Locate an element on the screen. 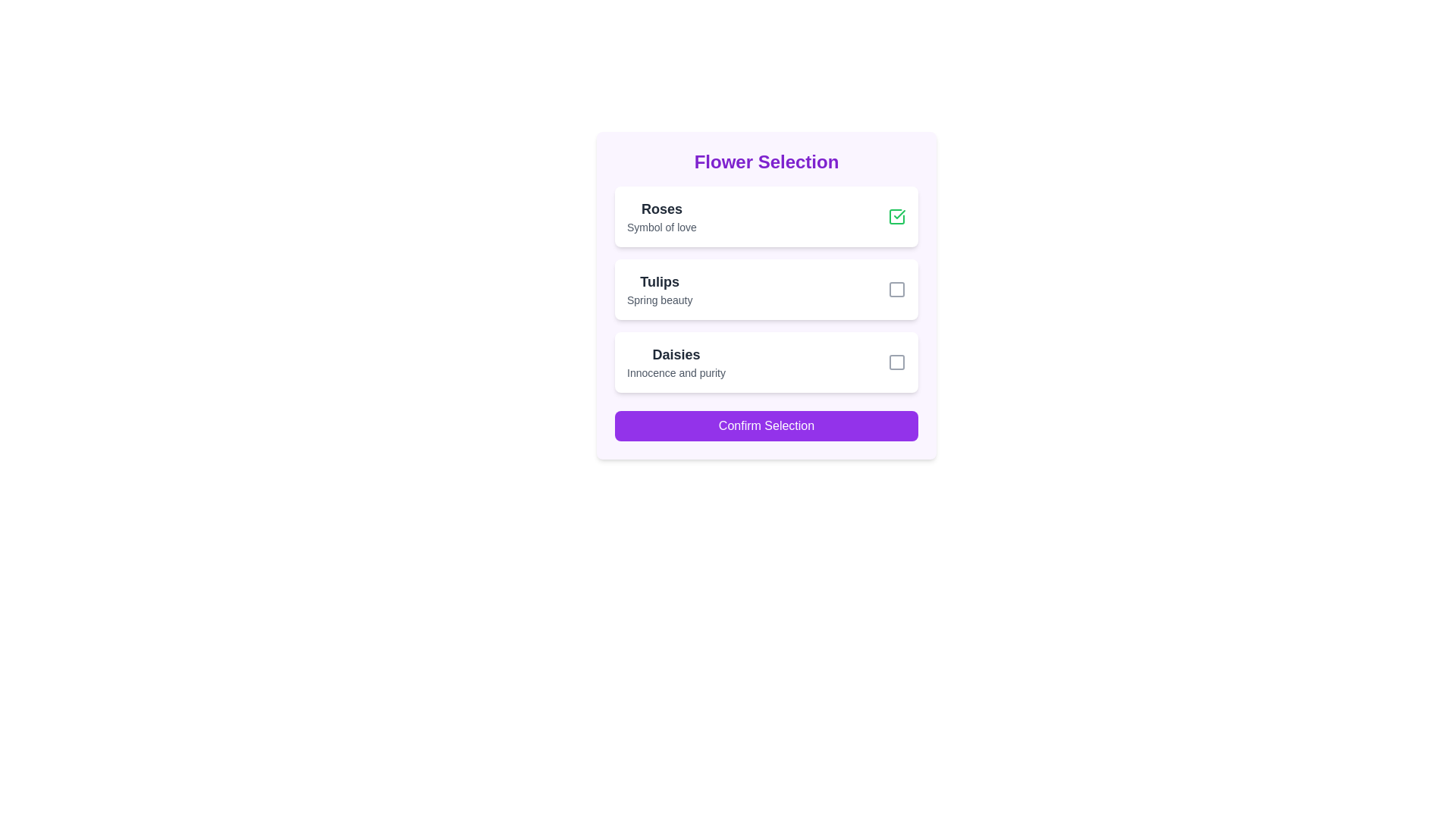  the unchecked checkbox next to the 'Daisies' label to modify its state is located at coordinates (896, 362).